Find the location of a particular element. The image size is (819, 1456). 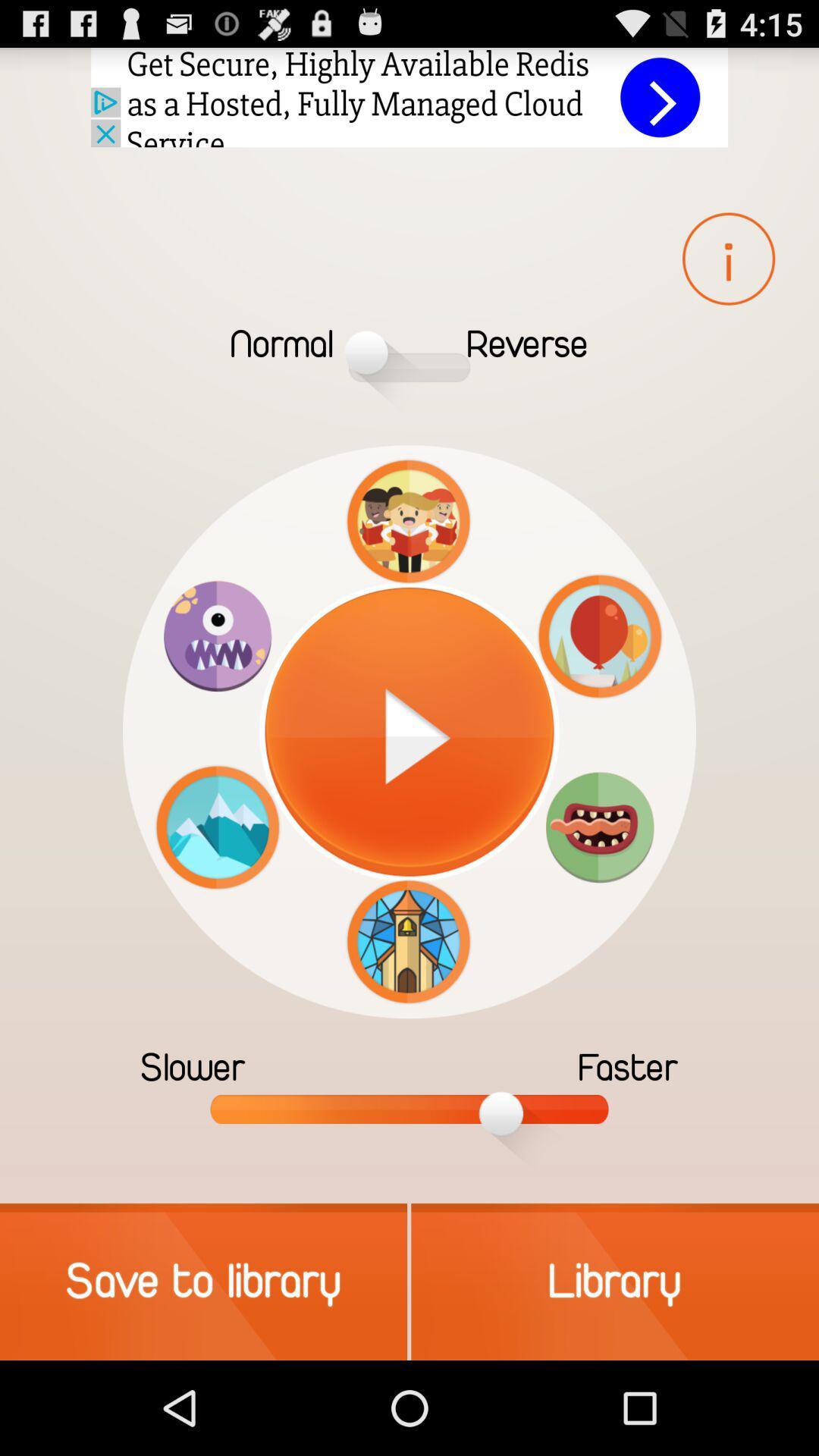

the house symbol is located at coordinates (408, 941).